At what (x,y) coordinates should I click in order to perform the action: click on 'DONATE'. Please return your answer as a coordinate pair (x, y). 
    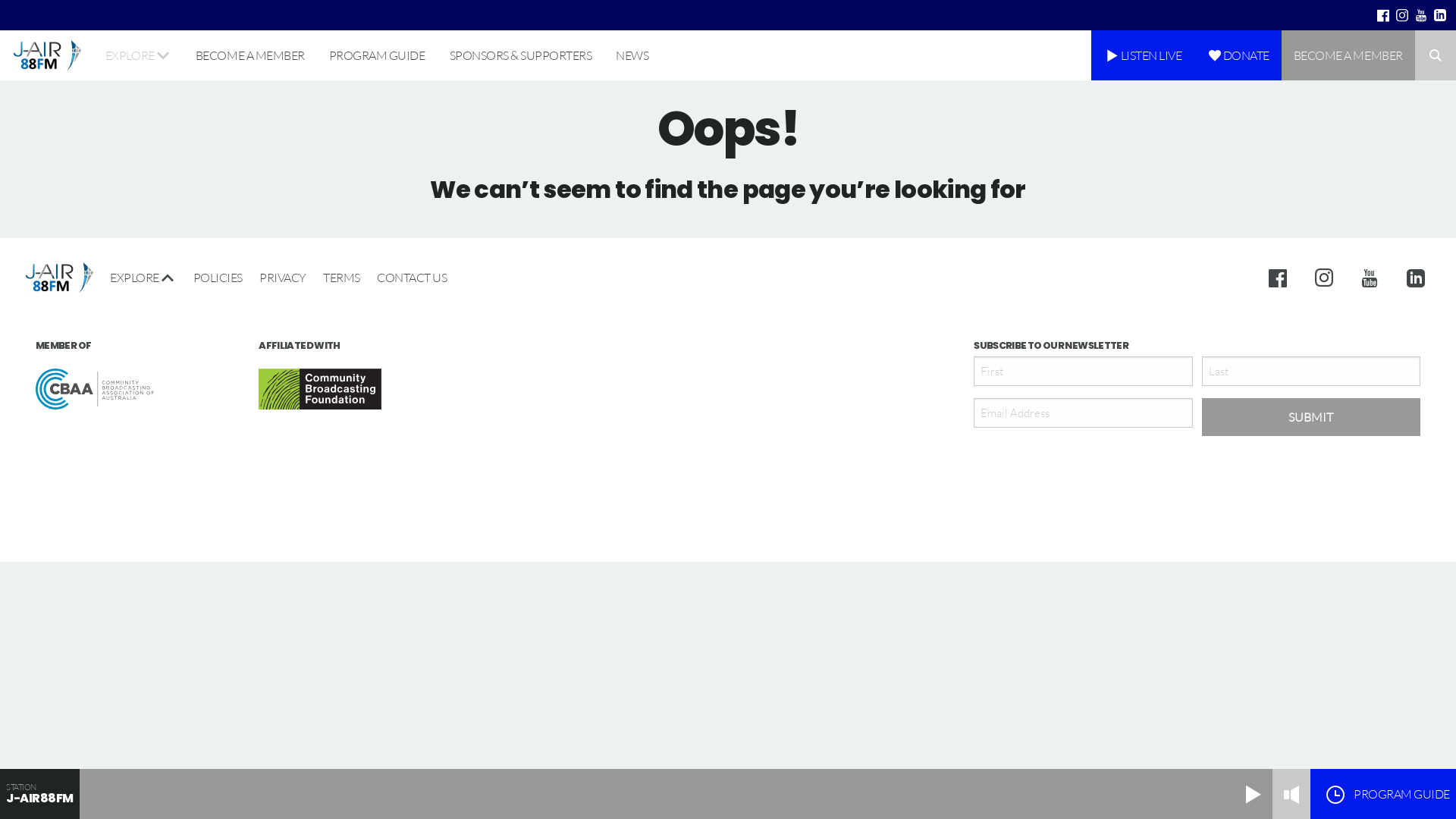
    Looking at the image, I should click on (1238, 55).